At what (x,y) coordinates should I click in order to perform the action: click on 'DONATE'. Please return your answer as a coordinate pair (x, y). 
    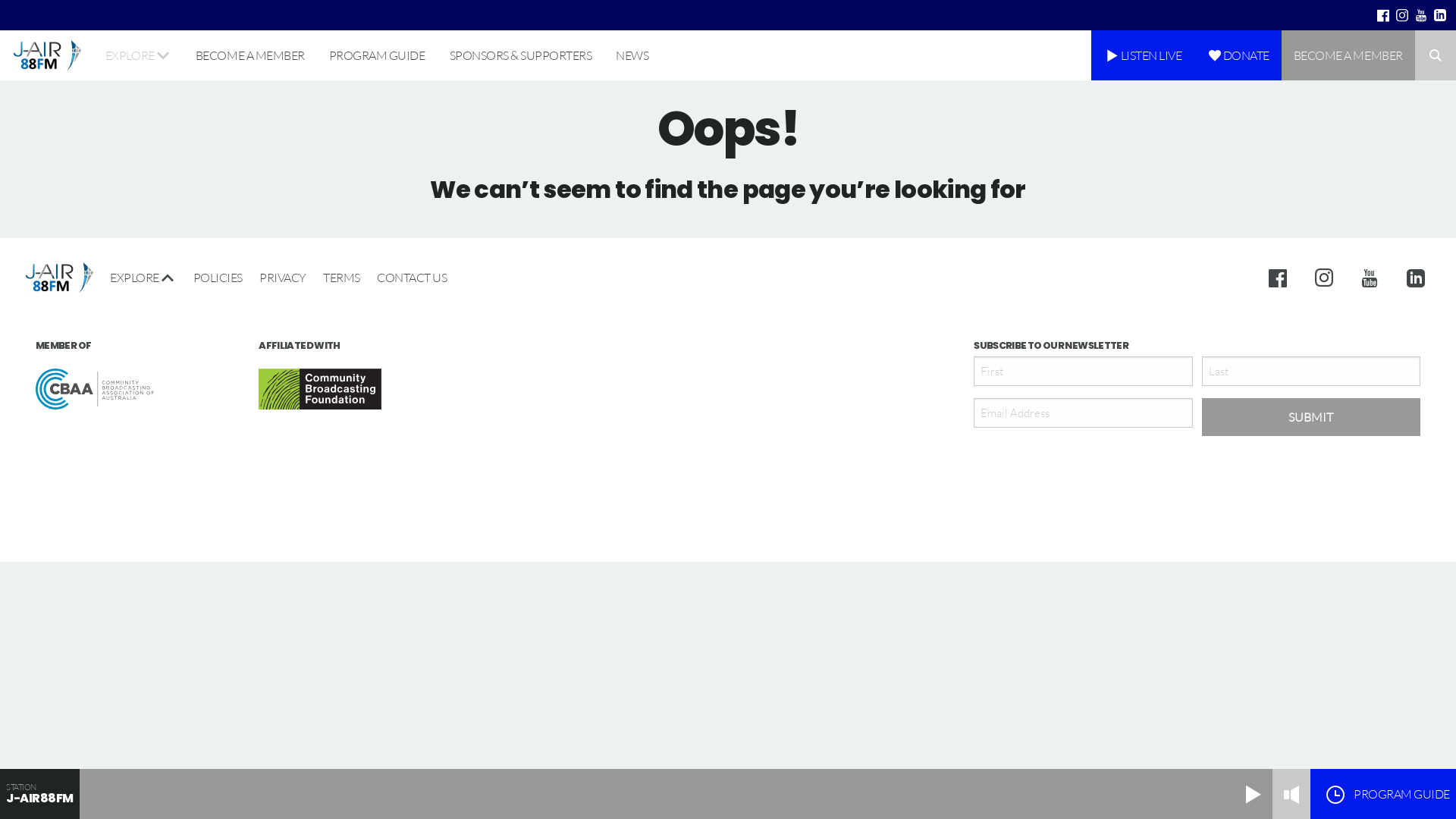
    Looking at the image, I should click on (1238, 55).